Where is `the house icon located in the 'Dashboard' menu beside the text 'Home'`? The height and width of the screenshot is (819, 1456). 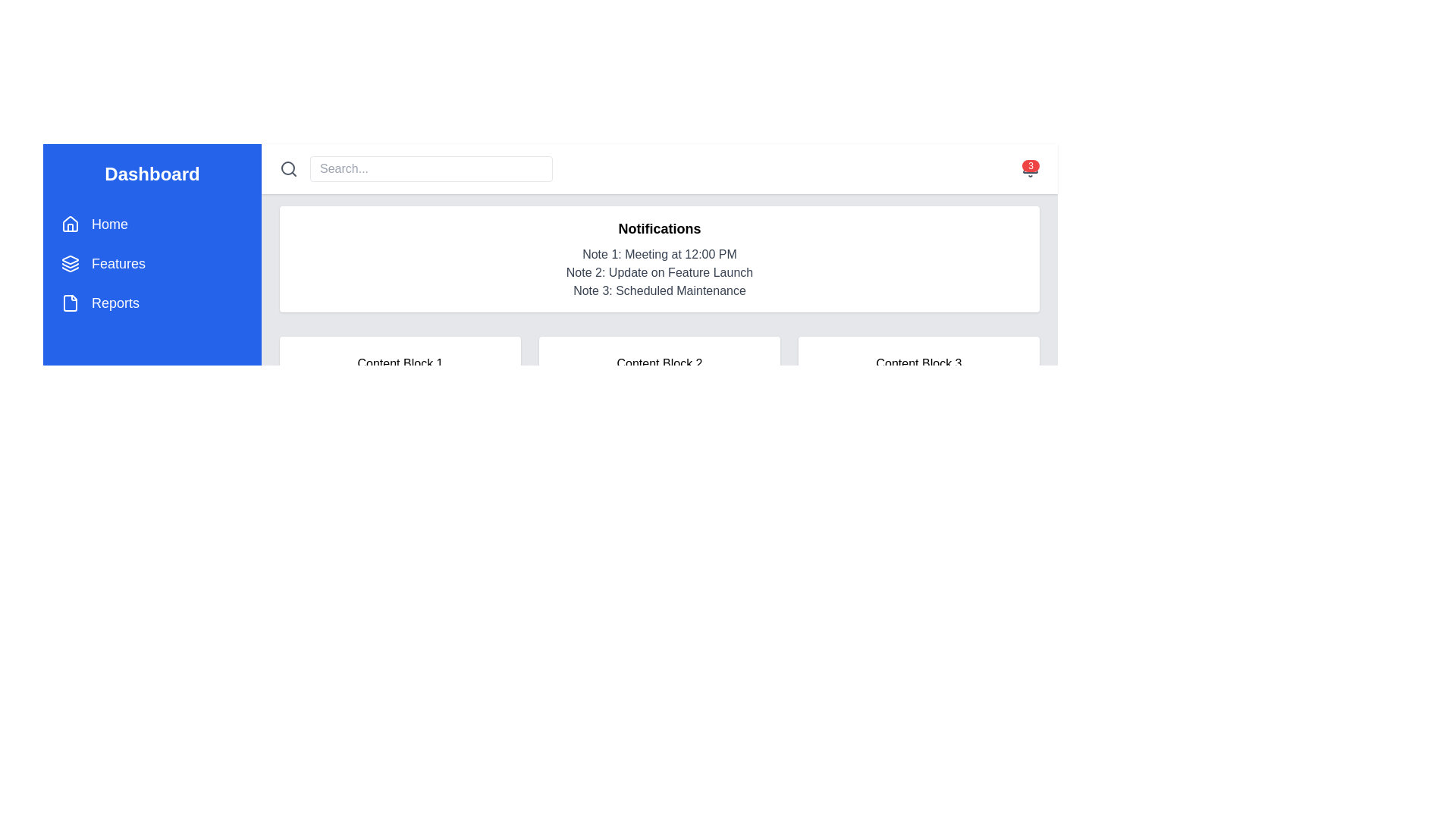 the house icon located in the 'Dashboard' menu beside the text 'Home' is located at coordinates (69, 224).